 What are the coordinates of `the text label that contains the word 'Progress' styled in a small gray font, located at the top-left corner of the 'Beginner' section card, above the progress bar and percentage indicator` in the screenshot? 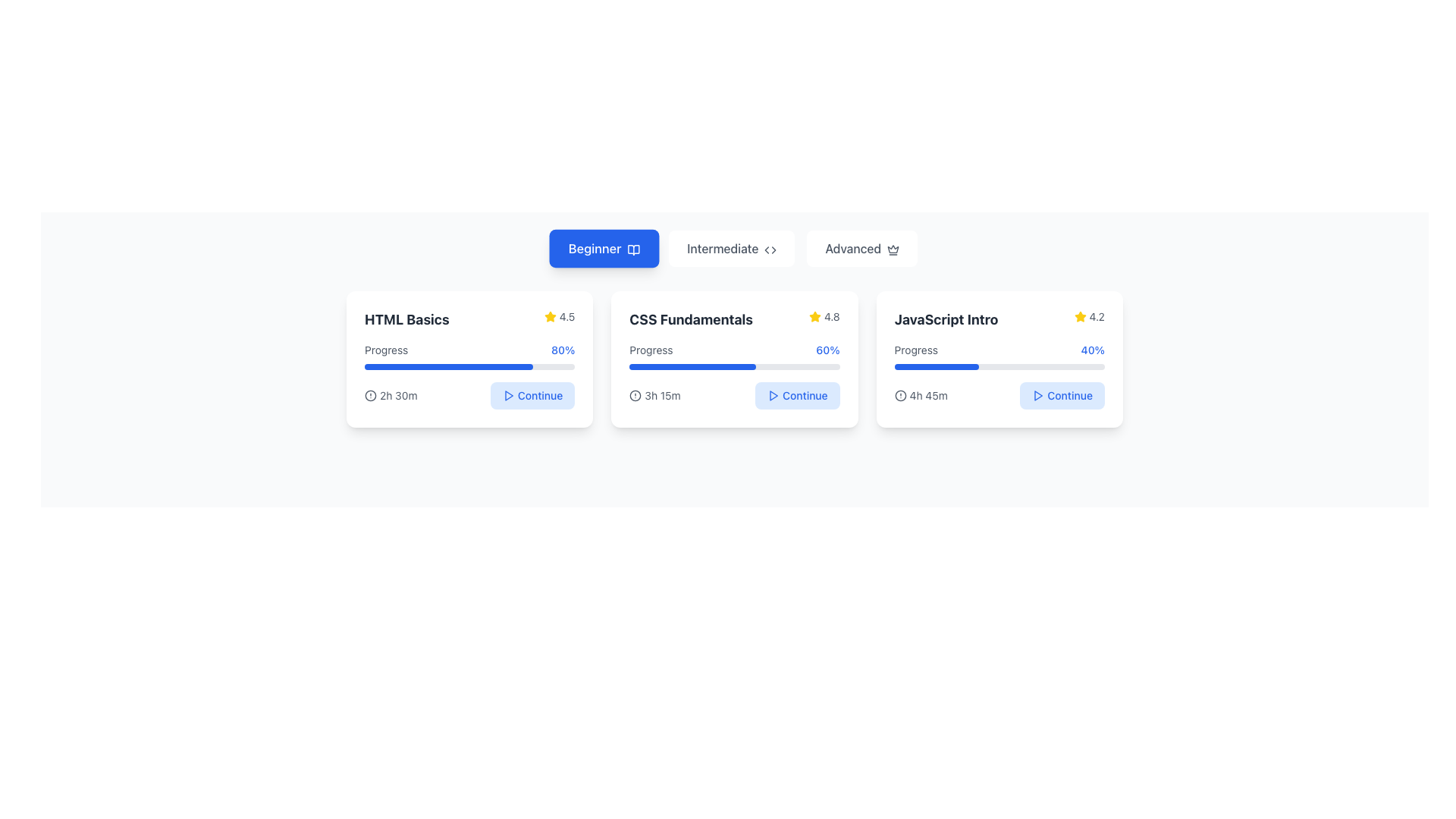 It's located at (386, 350).